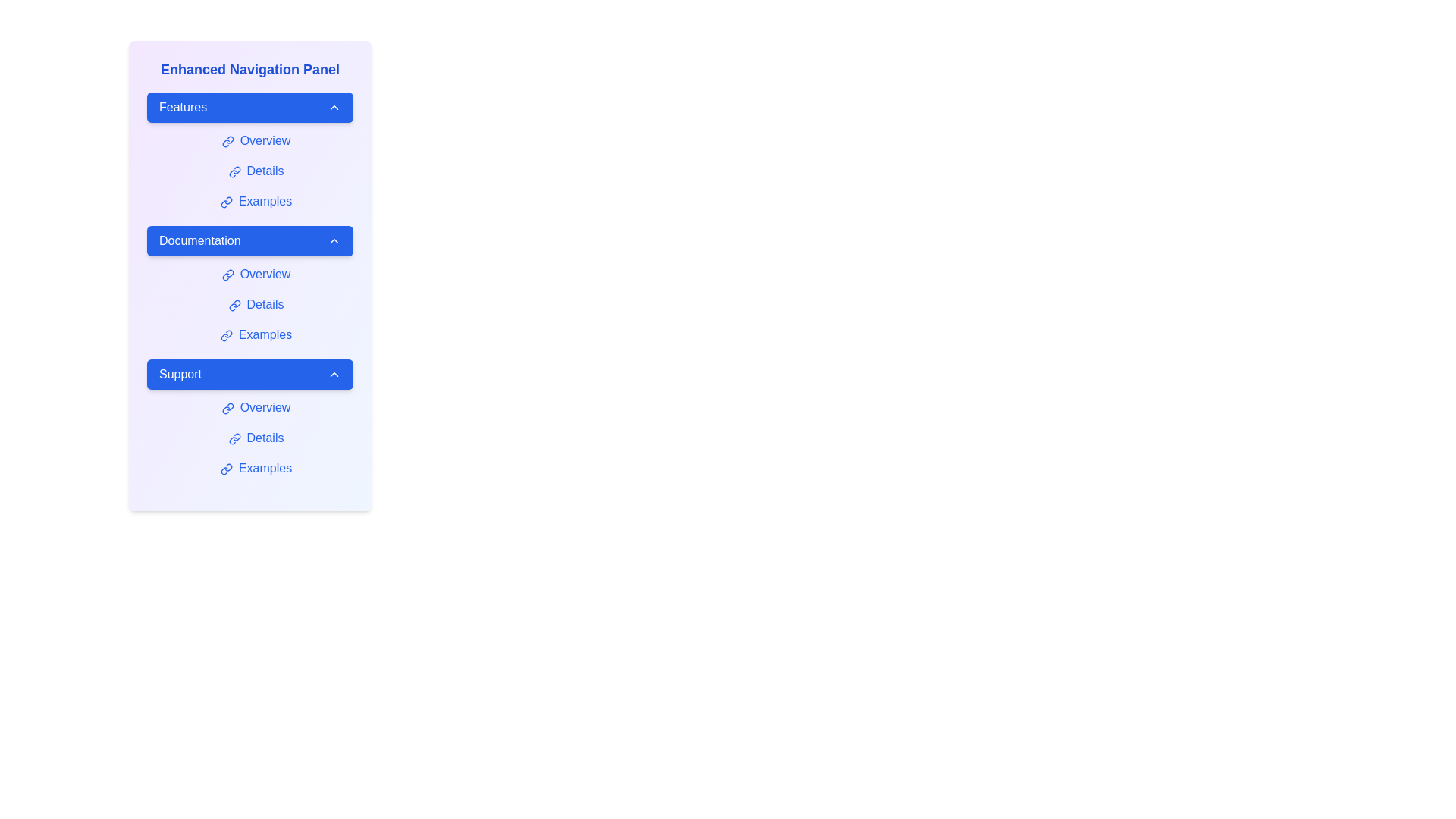 The height and width of the screenshot is (819, 1456). I want to click on the 'Details' hyperlink in the vertical navigation menu located within the 'Documentation' section of the Enhanced Navigation Panel, so click(256, 304).